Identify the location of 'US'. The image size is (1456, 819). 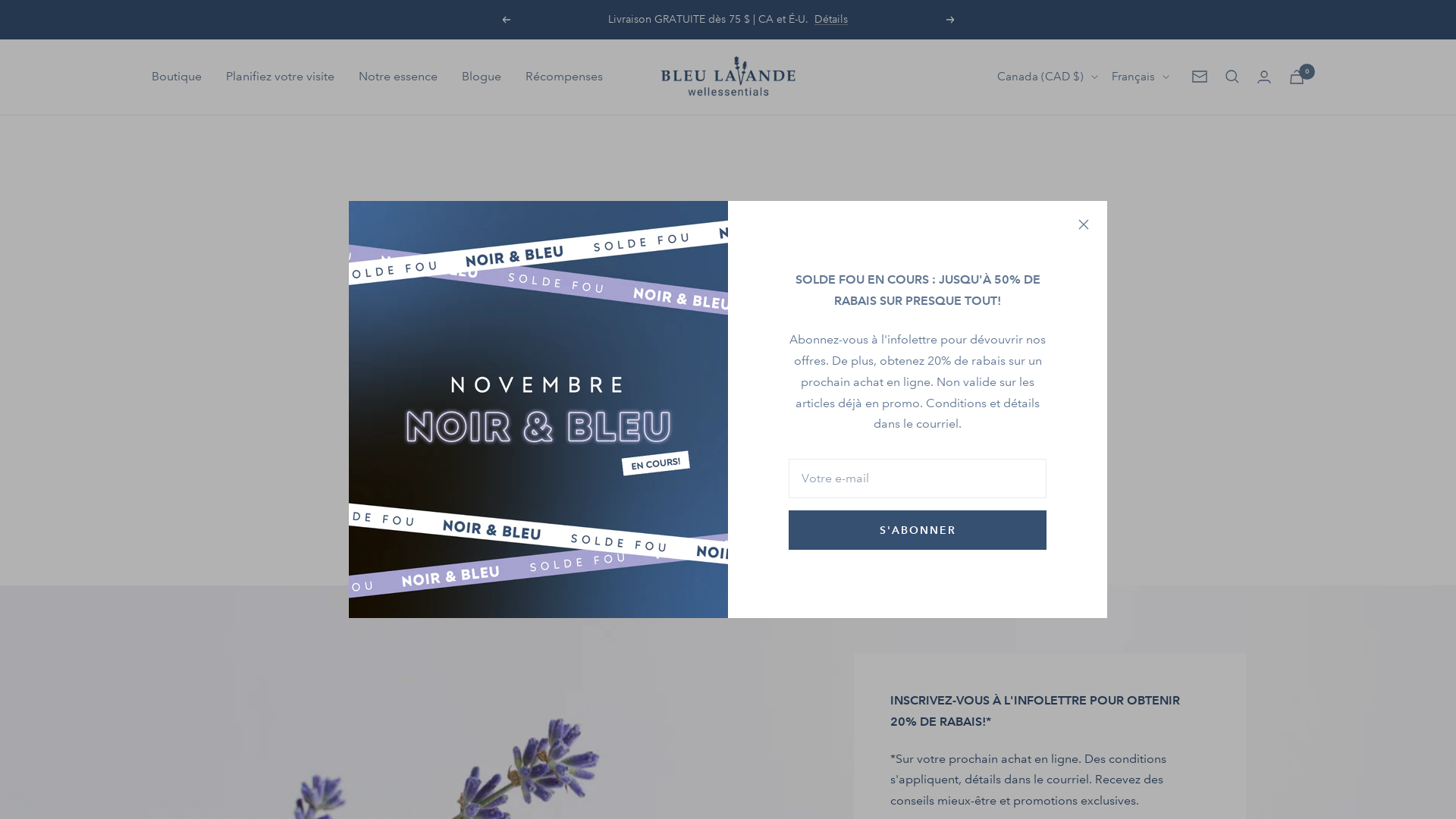
(1036, 157).